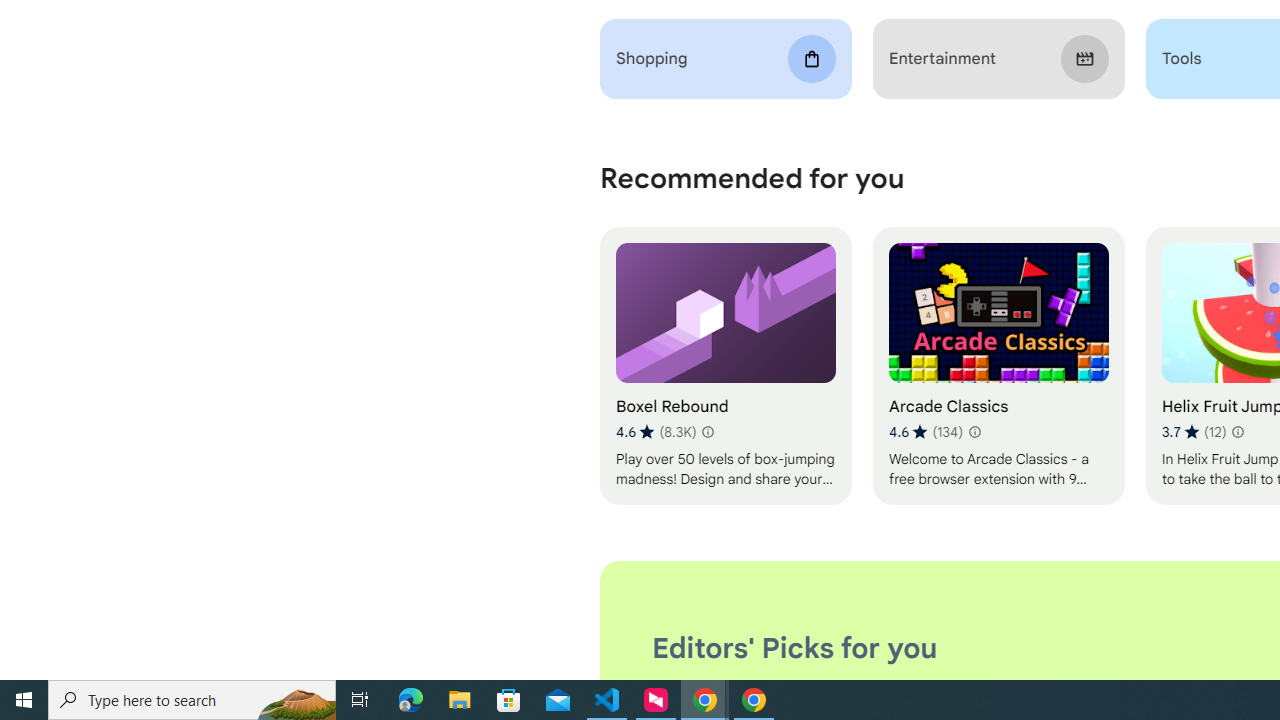 The image size is (1280, 720). What do you see at coordinates (724, 366) in the screenshot?
I see `'Boxel Rebound'` at bounding box center [724, 366].